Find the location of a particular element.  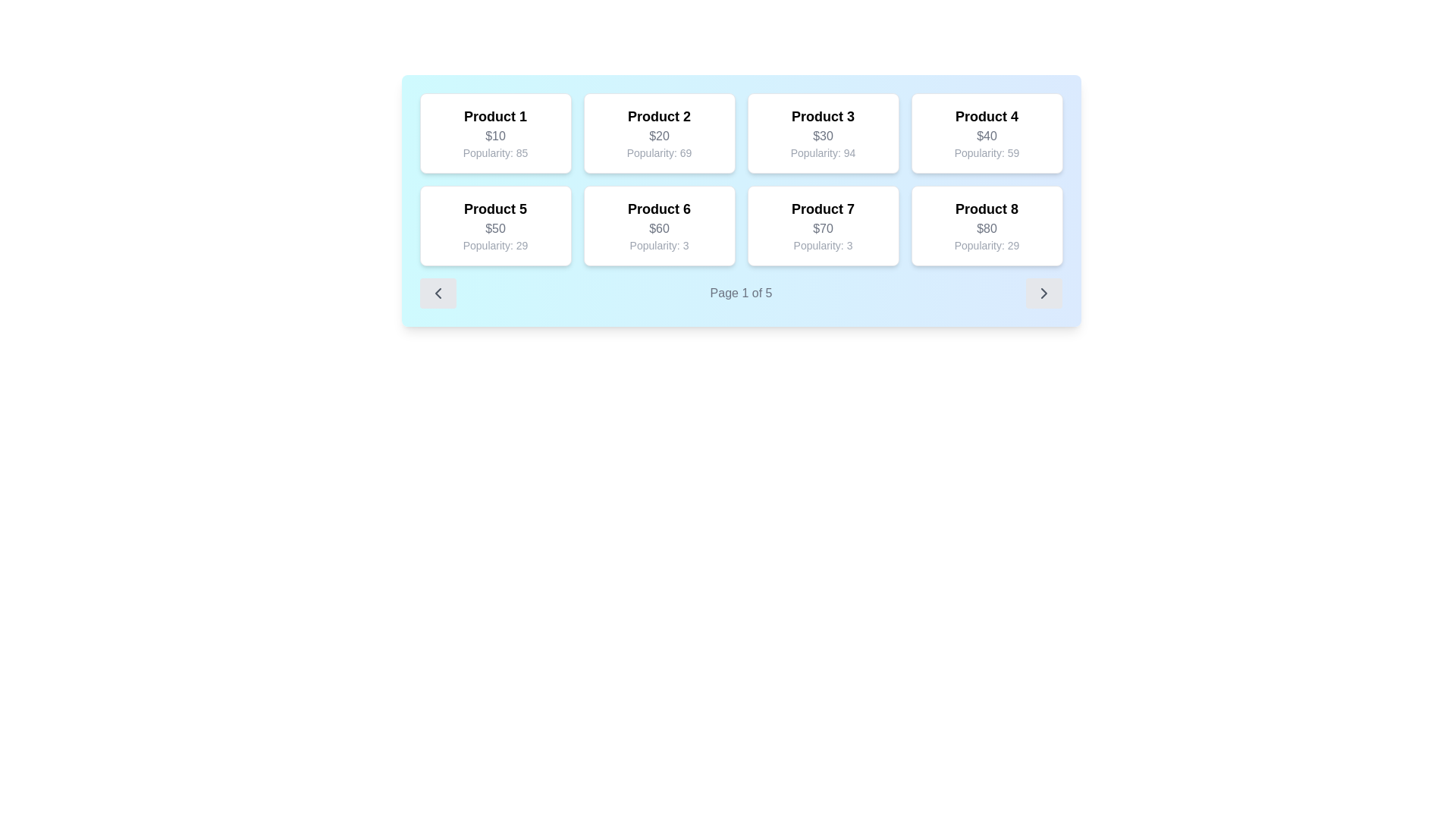

the text label displaying 'Popularity: 69' located below the price information of 'Product 2' is located at coordinates (659, 152).